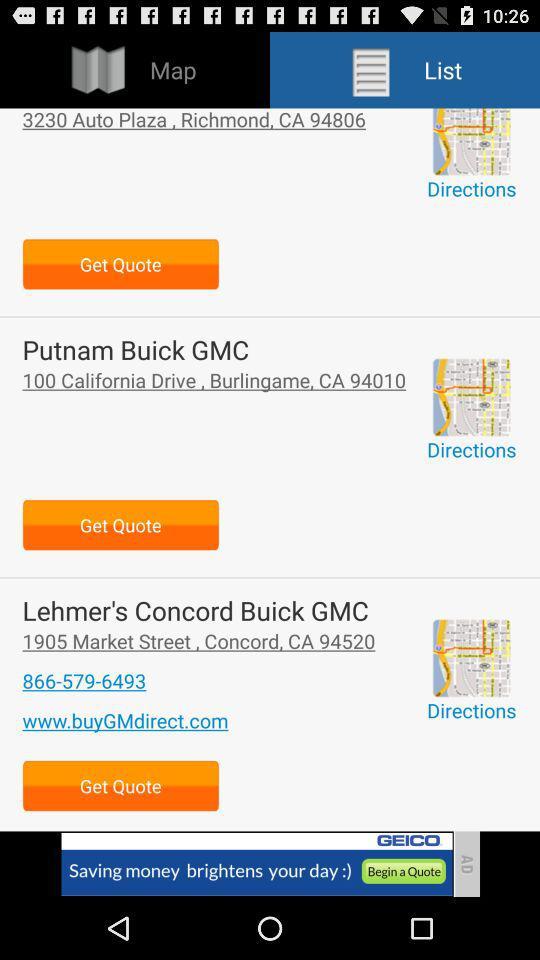 This screenshot has width=540, height=960. Describe the element at coordinates (471, 396) in the screenshot. I see `direction` at that location.